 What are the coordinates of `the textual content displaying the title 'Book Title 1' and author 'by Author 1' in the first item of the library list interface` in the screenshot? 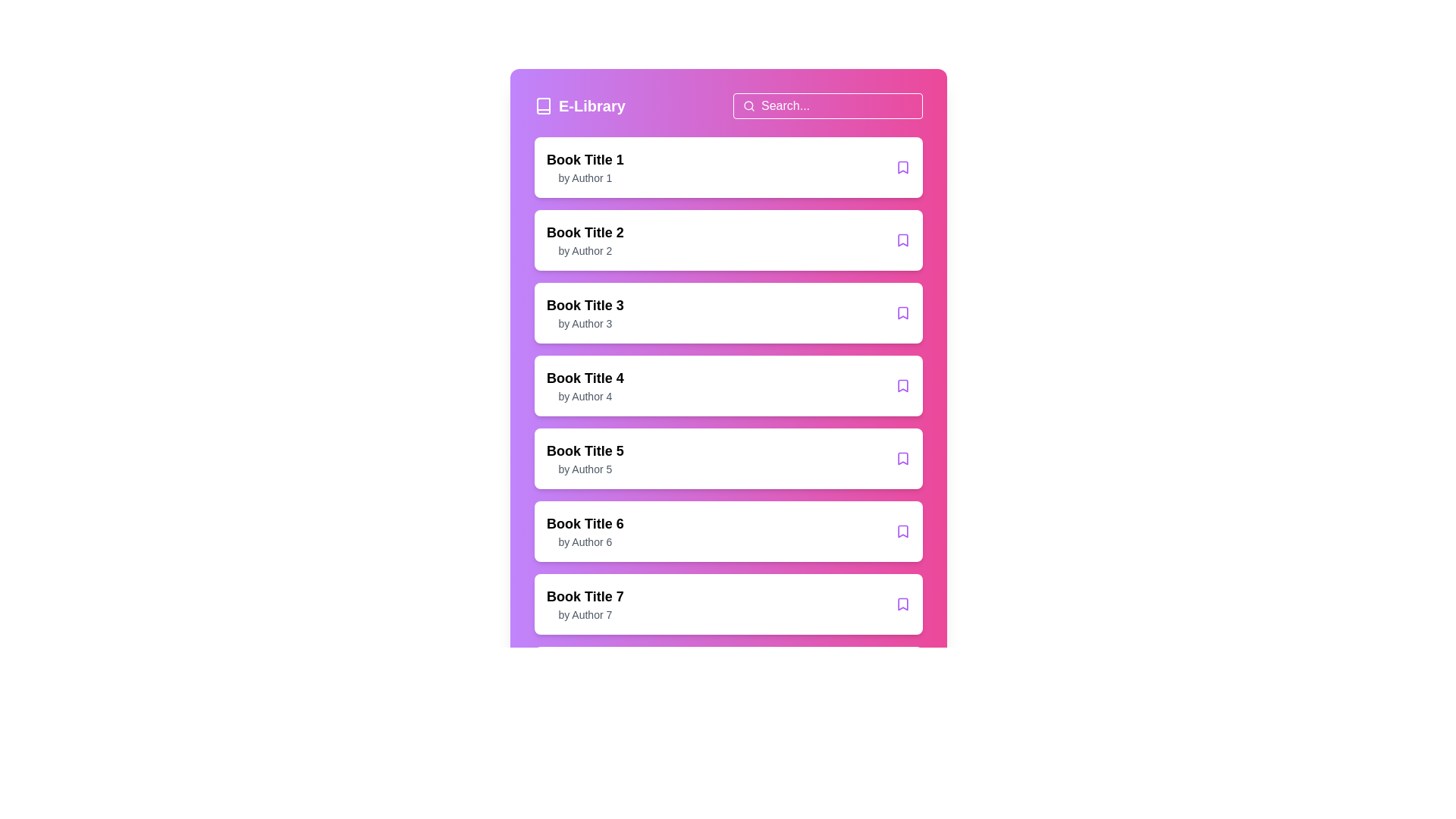 It's located at (584, 167).